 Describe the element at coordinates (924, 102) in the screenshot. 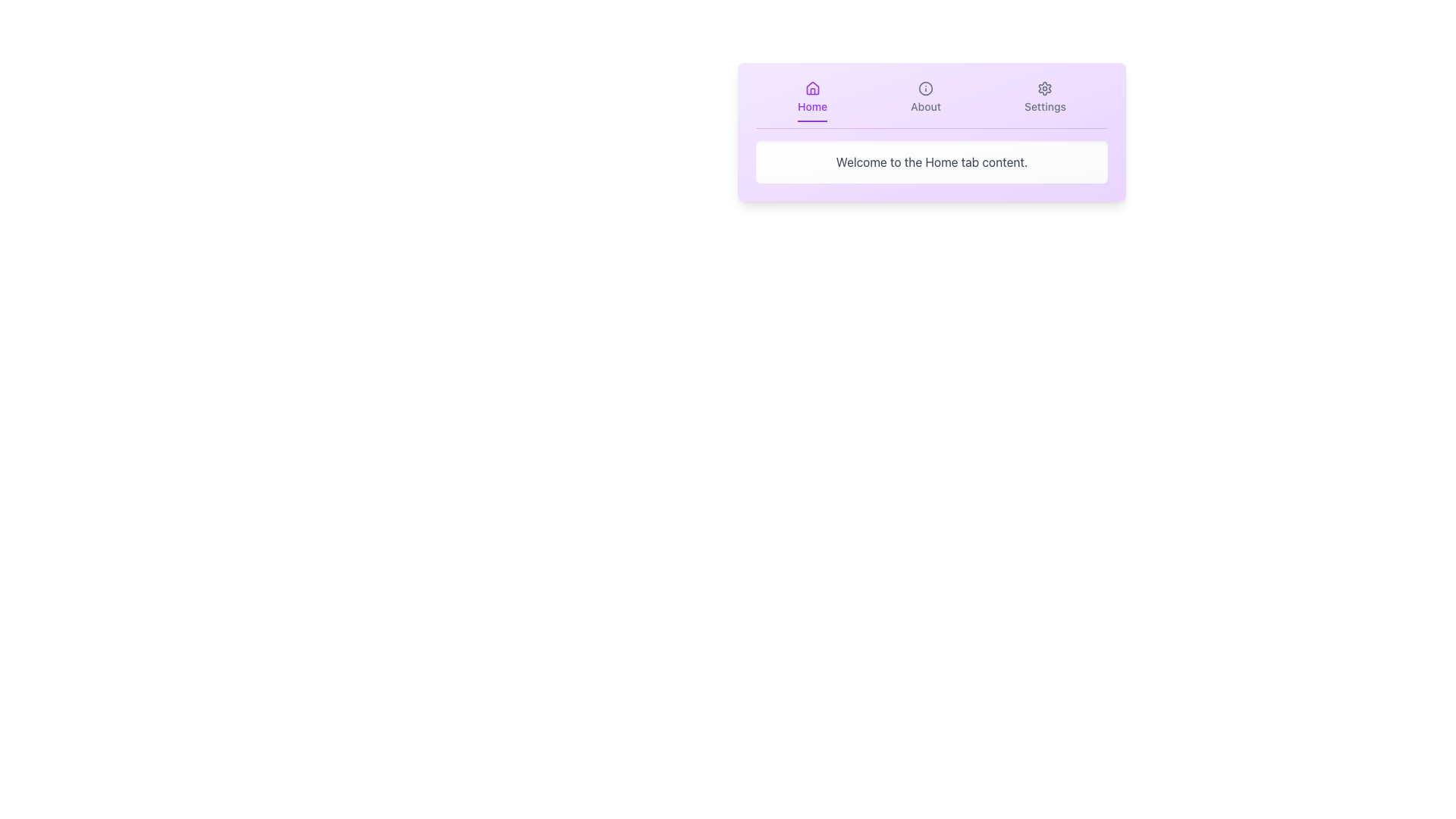

I see `the 'About' button, which features a gray information icon above a purple label` at that location.